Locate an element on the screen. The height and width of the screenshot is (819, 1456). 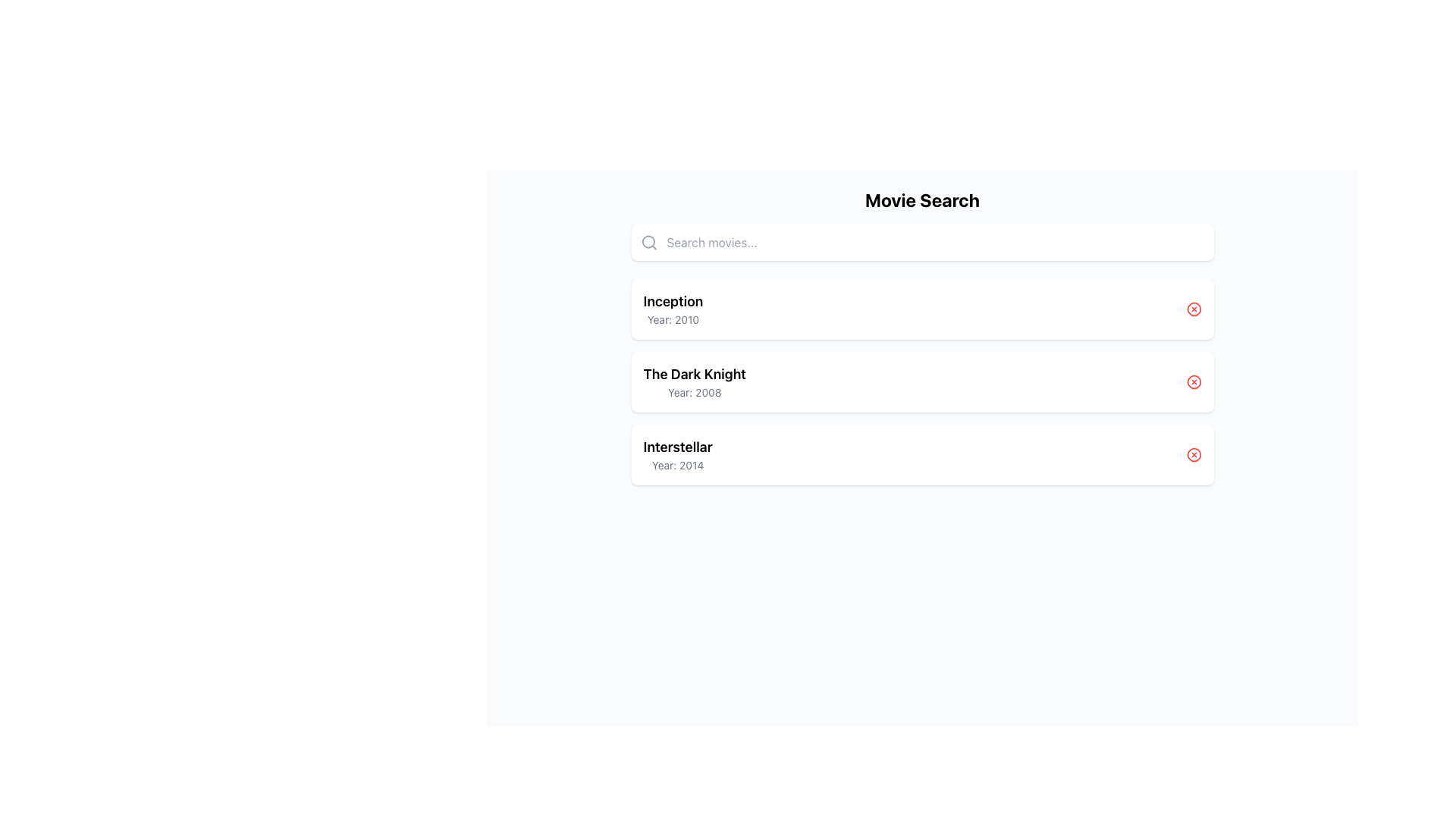
the Information Display element that shows 'Inception' in bold larger text and 'Year: 2010' in smaller gray font, located at the top of the vertical list of movie entries is located at coordinates (672, 309).